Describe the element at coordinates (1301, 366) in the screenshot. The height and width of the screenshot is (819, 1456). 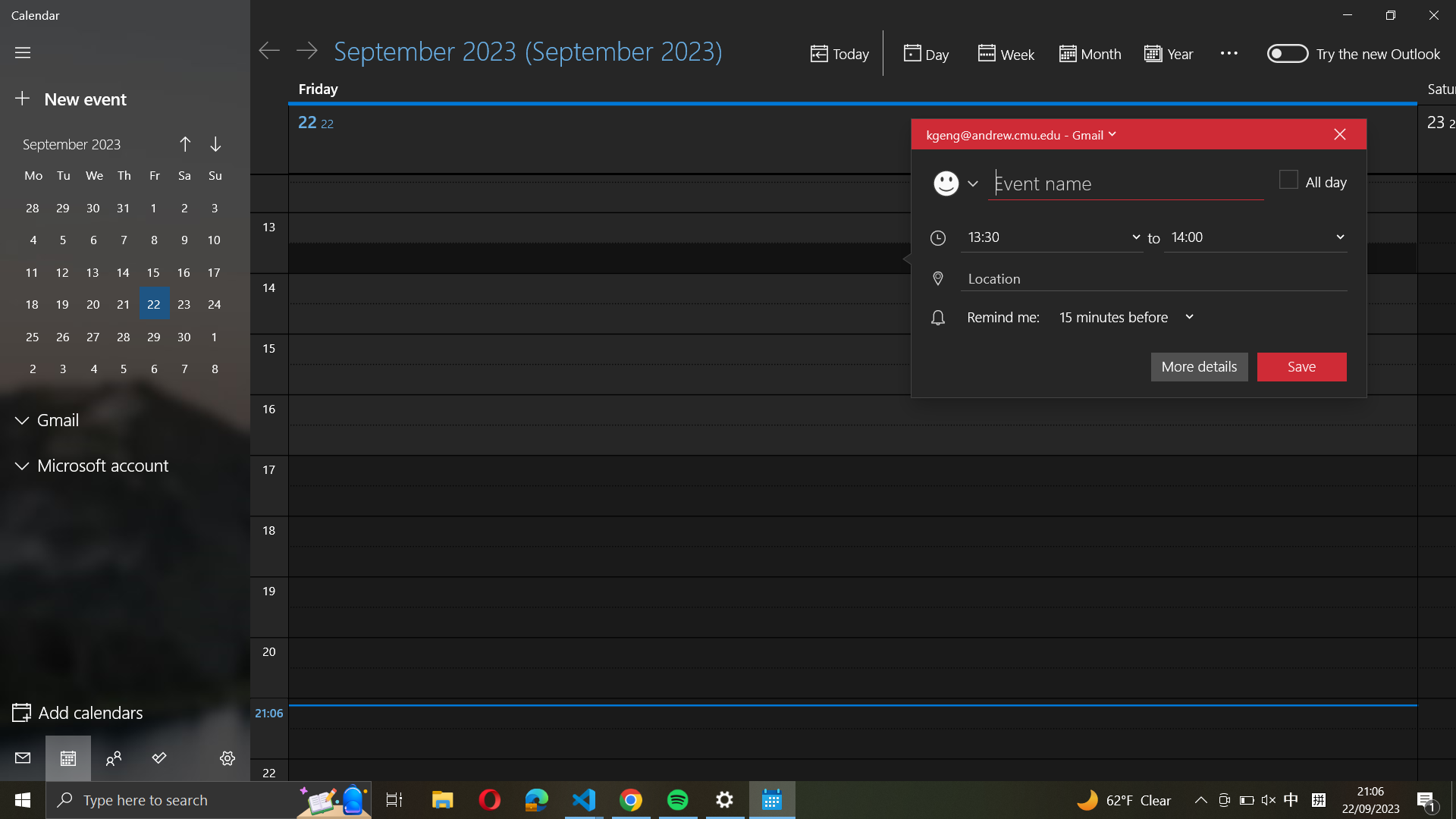
I see `Secure the current occurrence` at that location.